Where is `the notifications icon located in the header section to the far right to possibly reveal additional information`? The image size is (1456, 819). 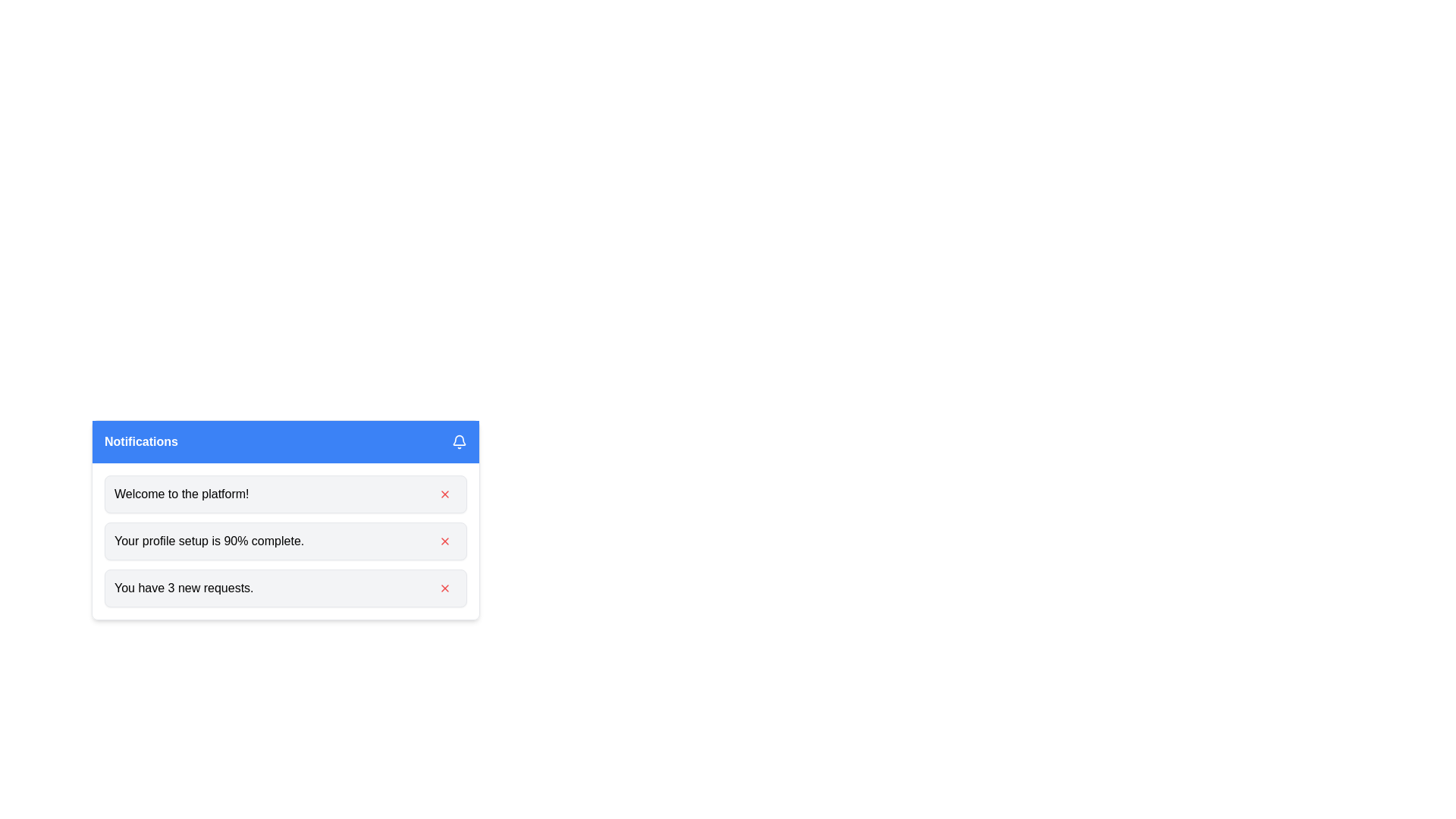 the notifications icon located in the header section to the far right to possibly reveal additional information is located at coordinates (458, 441).